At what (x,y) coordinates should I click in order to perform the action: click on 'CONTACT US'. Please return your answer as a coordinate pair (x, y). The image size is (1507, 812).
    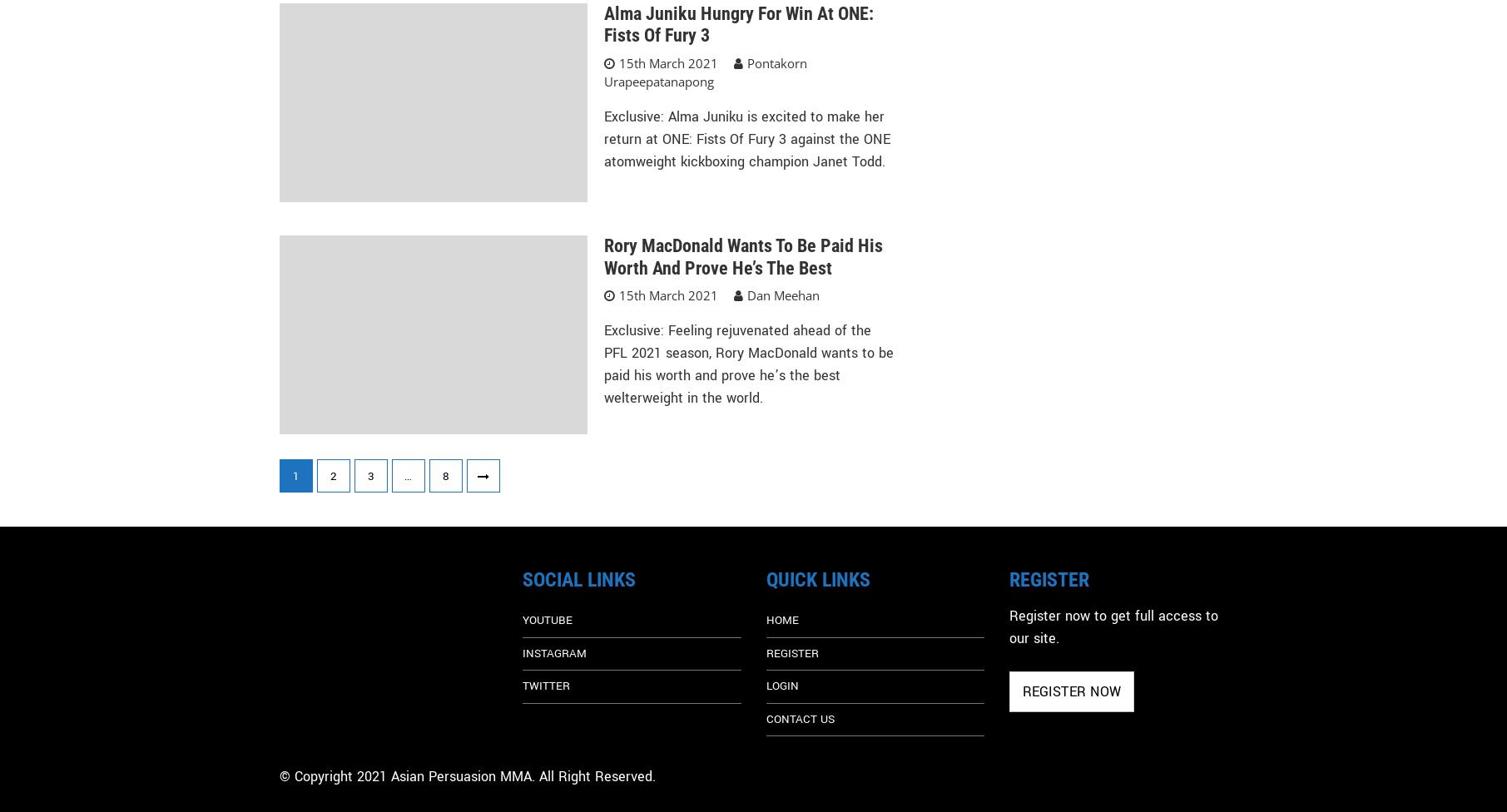
    Looking at the image, I should click on (764, 717).